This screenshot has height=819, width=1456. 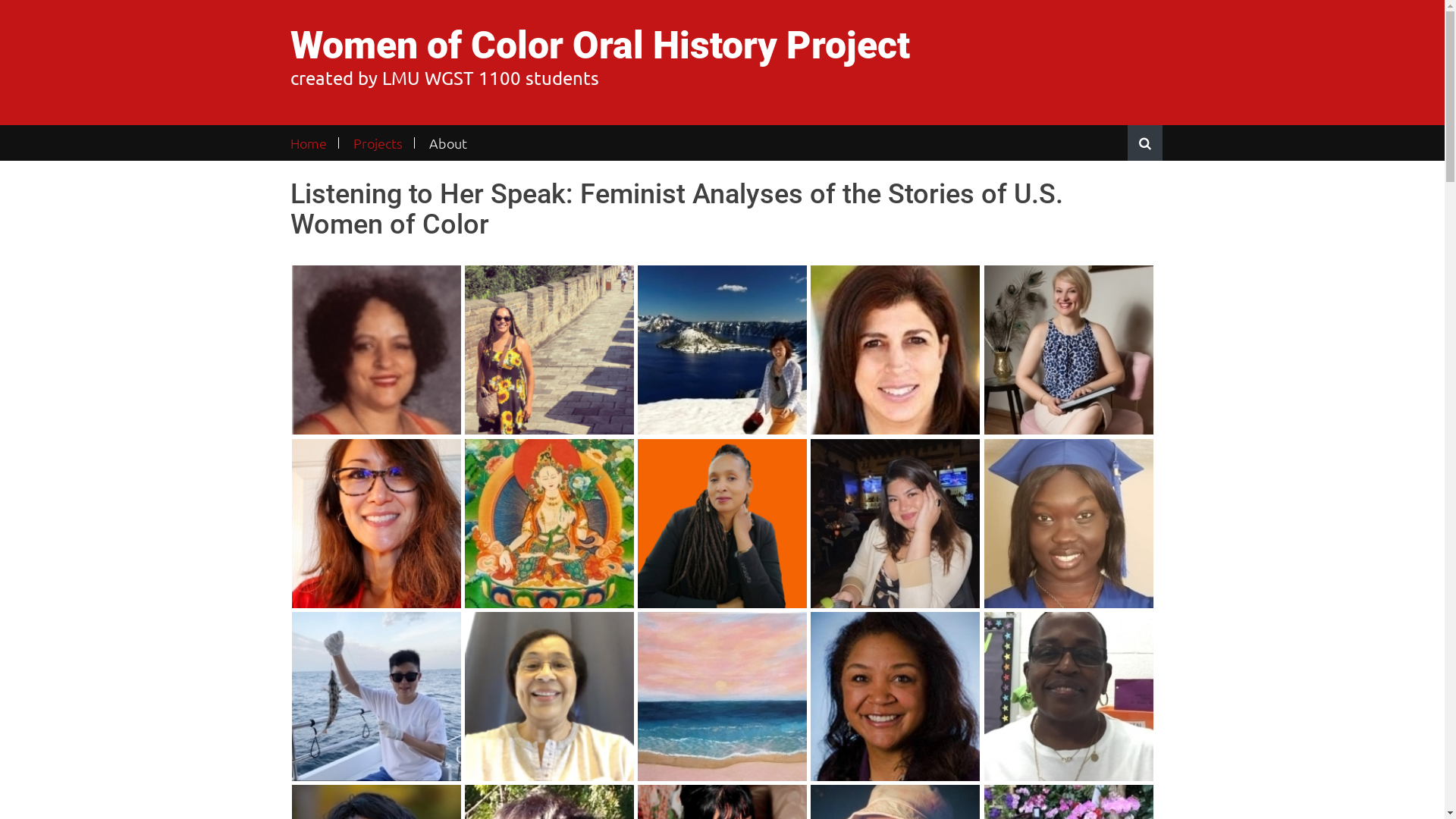 What do you see at coordinates (447, 143) in the screenshot?
I see `'About'` at bounding box center [447, 143].